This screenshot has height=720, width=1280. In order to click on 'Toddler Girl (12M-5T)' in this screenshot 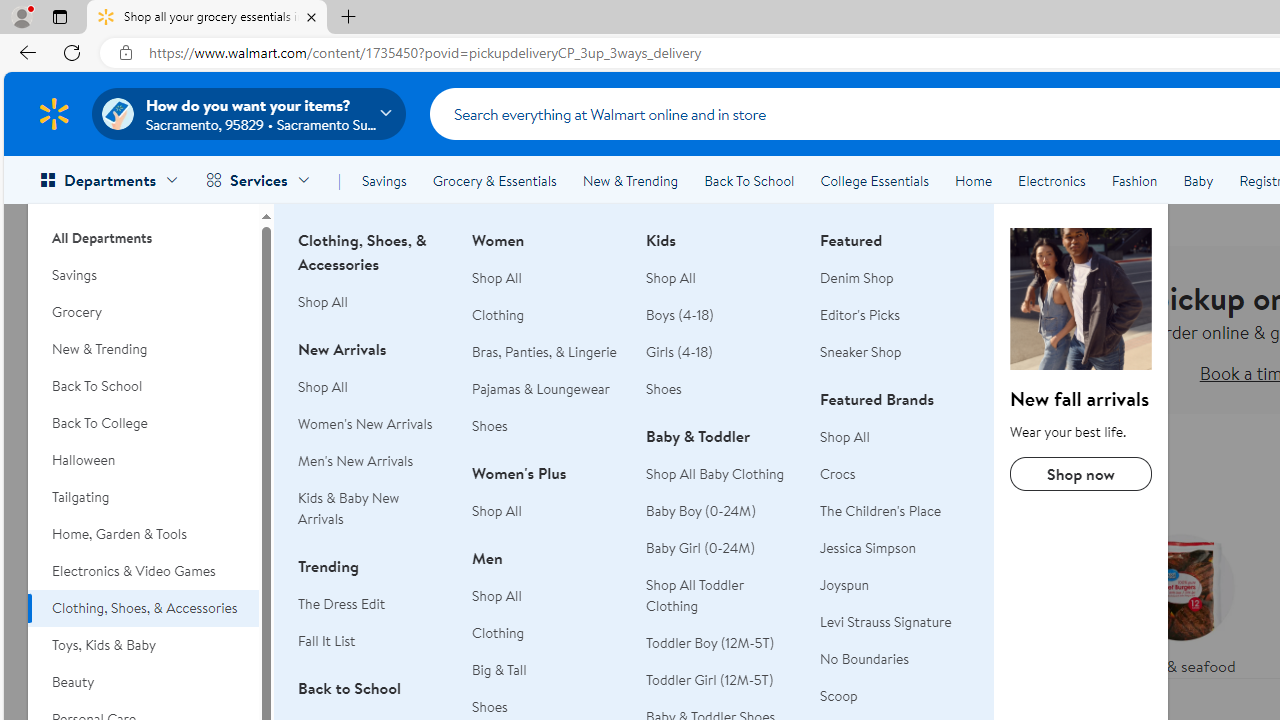, I will do `click(710, 679)`.